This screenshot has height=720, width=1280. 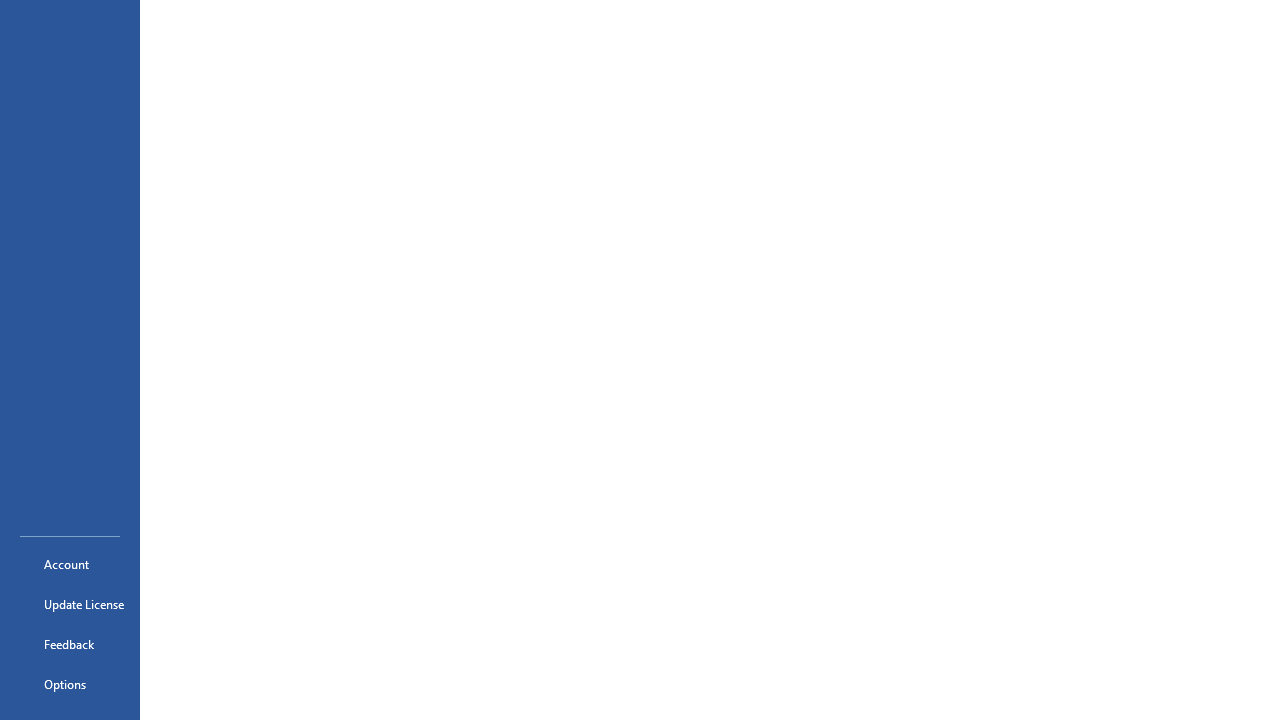 What do you see at coordinates (69, 683) in the screenshot?
I see `'Options'` at bounding box center [69, 683].